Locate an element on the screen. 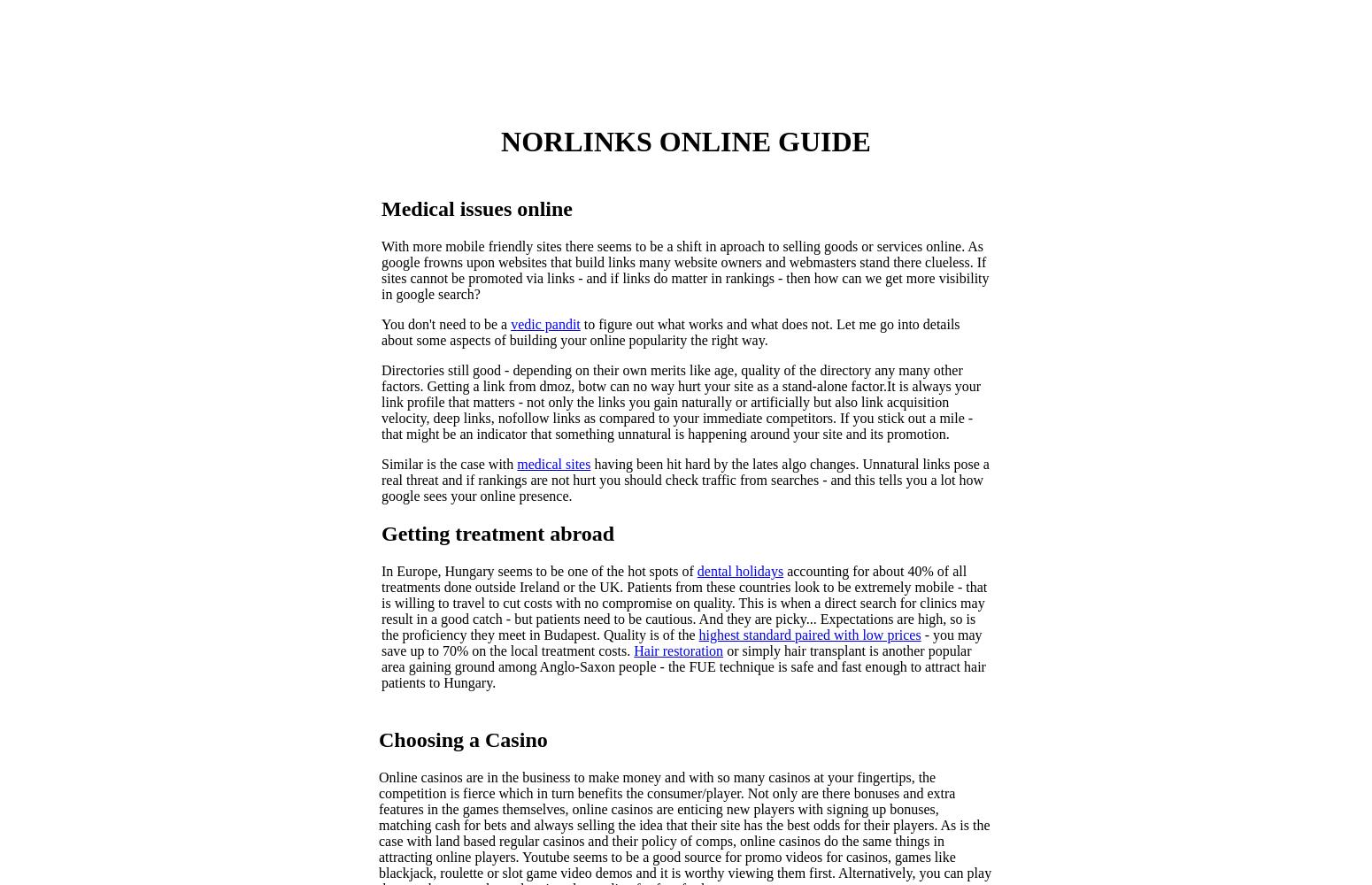 The height and width of the screenshot is (885, 1372). 'In Europe, Hungary seems to be one of the hot spots of' is located at coordinates (538, 570).